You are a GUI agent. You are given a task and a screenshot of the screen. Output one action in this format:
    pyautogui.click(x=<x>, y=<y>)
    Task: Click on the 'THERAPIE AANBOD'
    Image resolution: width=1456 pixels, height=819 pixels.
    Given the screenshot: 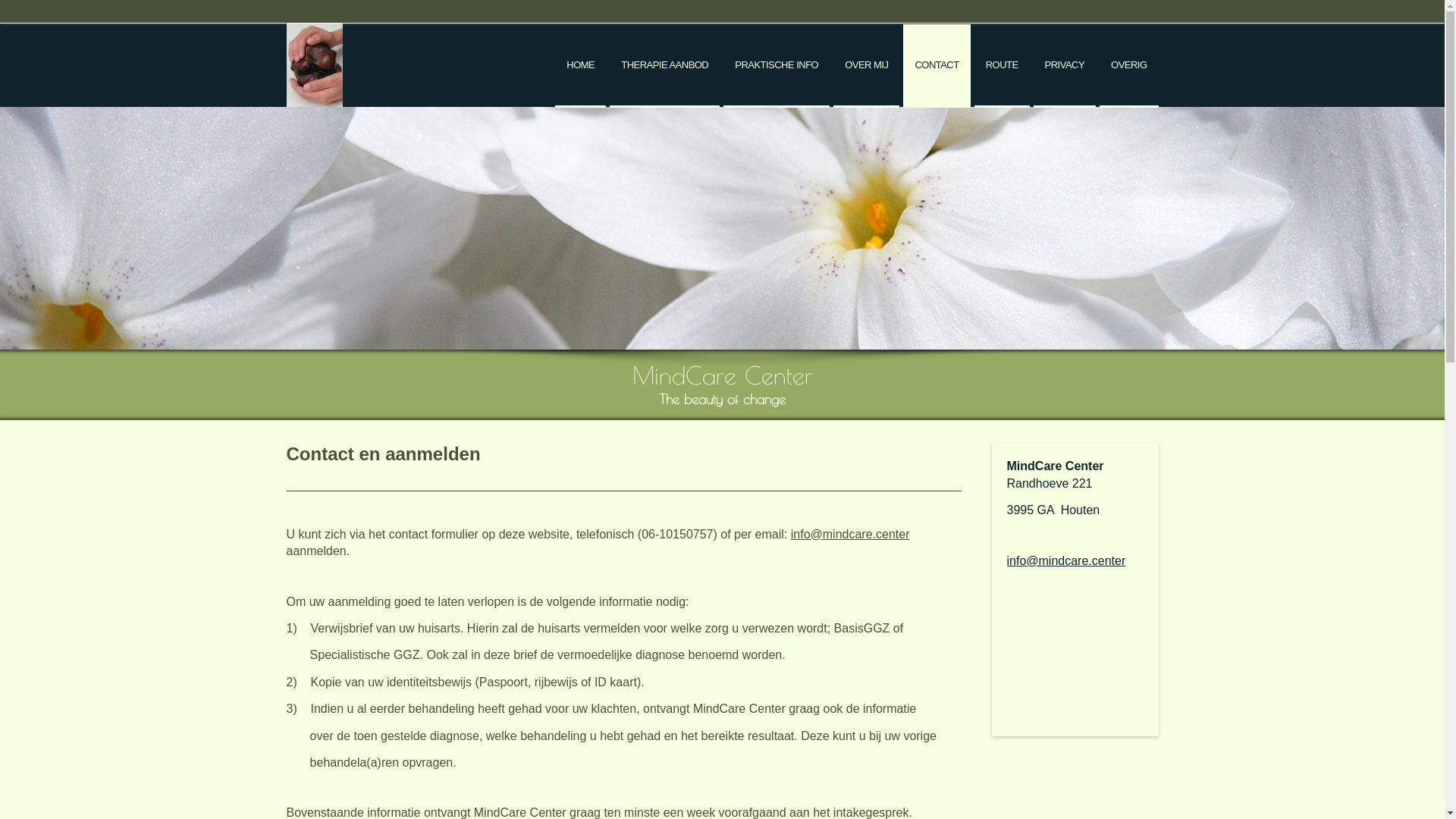 What is the action you would take?
    pyautogui.click(x=664, y=65)
    